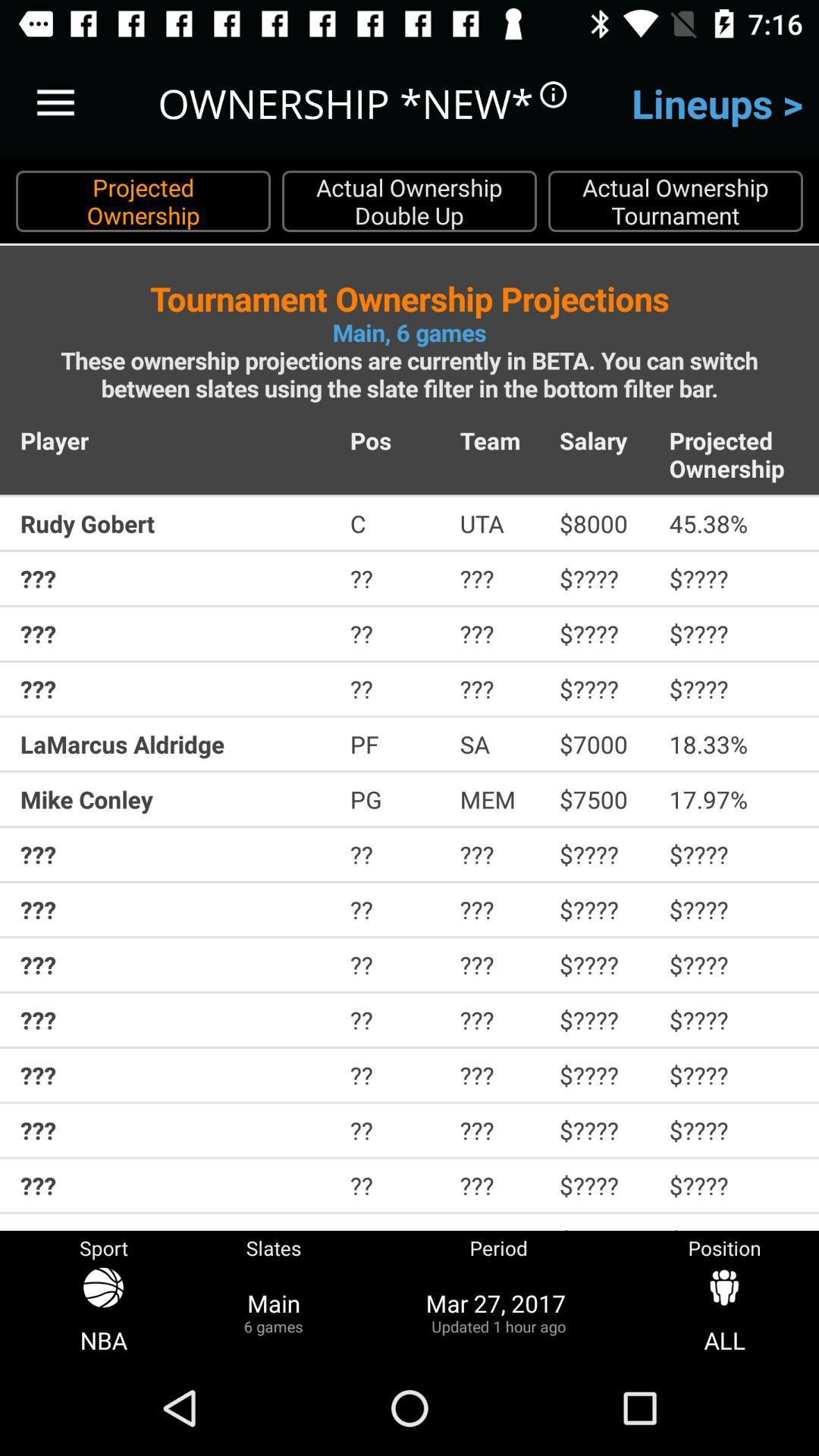  What do you see at coordinates (394, 439) in the screenshot?
I see `icon to the left of team item` at bounding box center [394, 439].